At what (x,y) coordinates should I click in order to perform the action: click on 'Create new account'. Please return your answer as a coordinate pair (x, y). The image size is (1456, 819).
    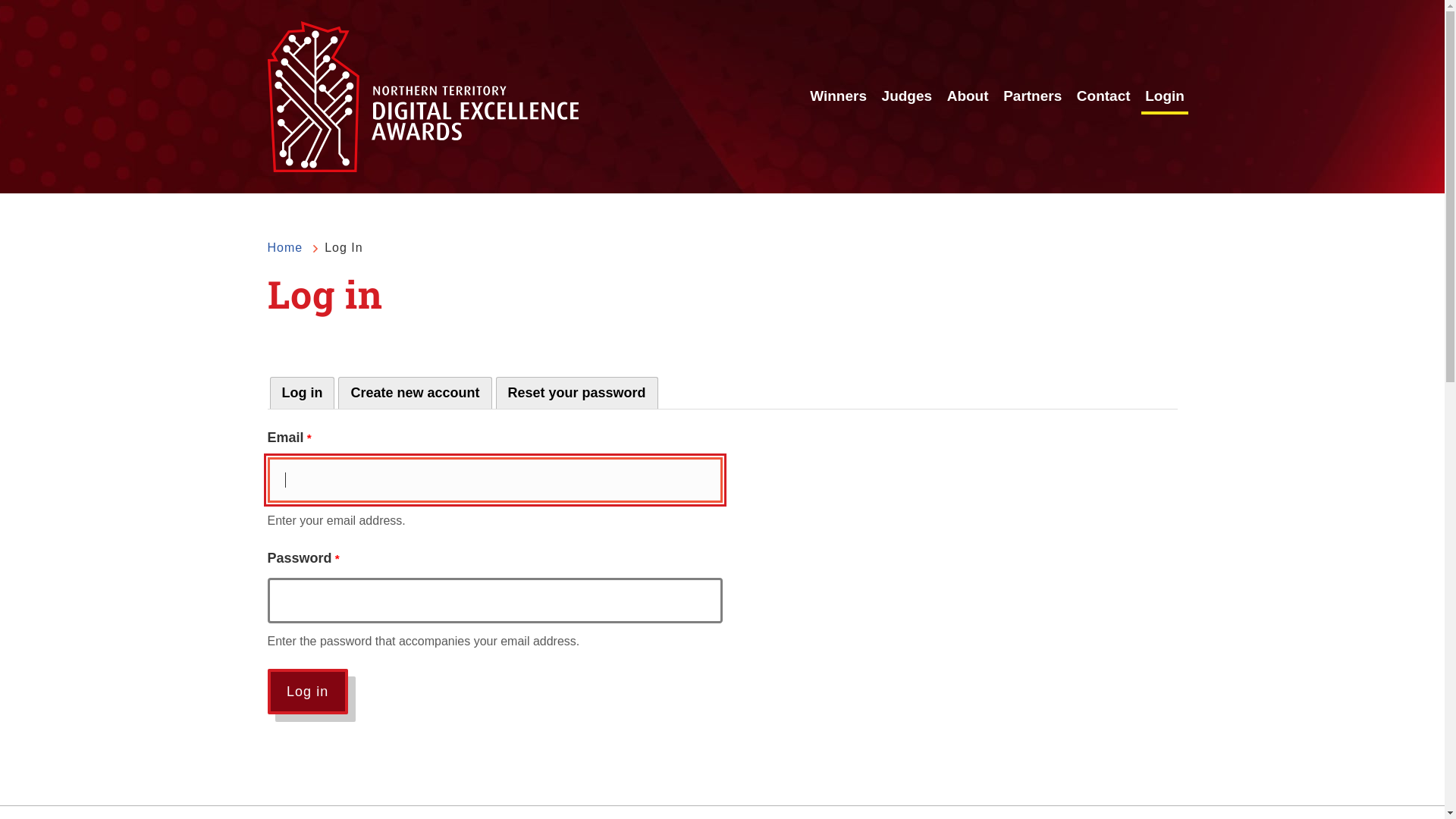
    Looking at the image, I should click on (415, 391).